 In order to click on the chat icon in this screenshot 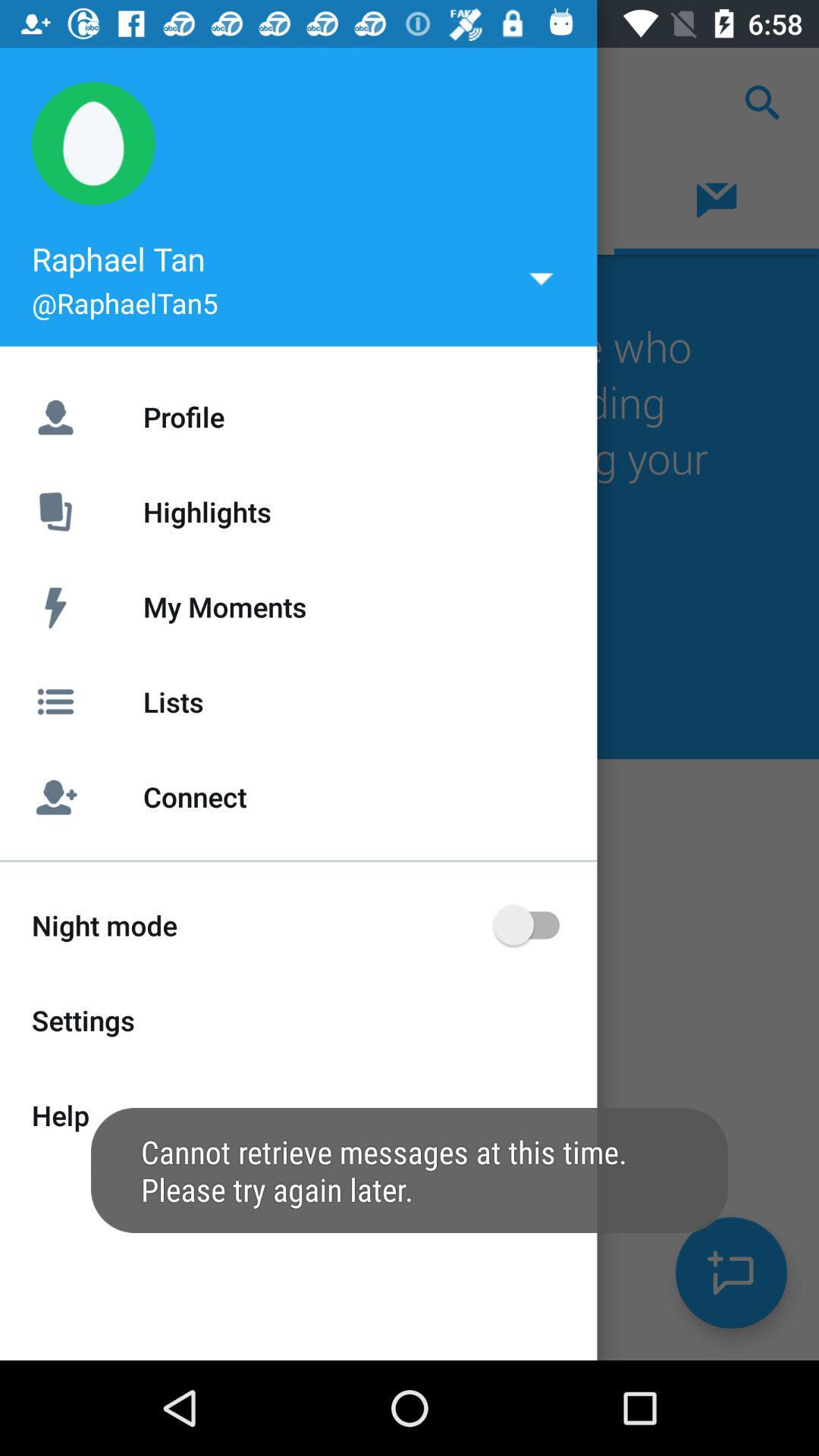, I will do `click(730, 1272)`.